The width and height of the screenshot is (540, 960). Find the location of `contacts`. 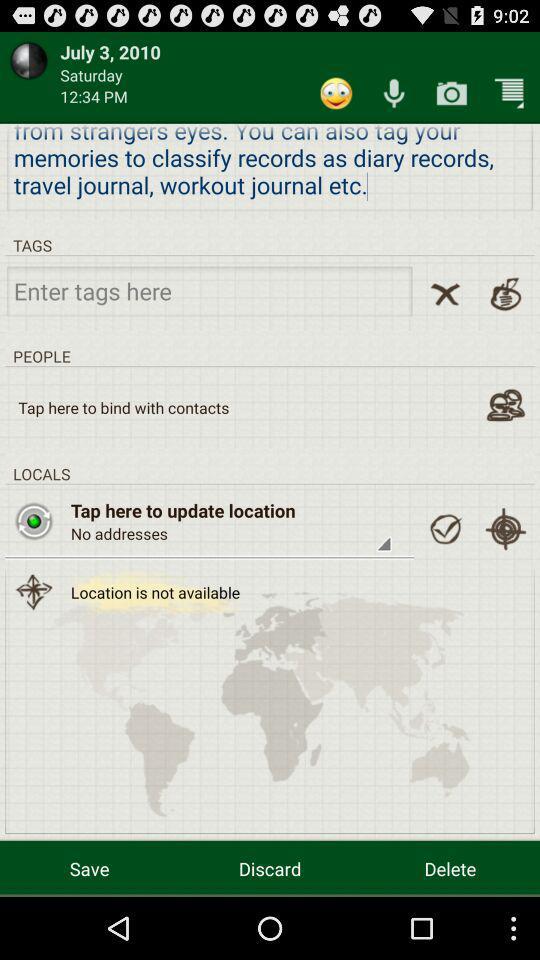

contacts is located at coordinates (504, 404).